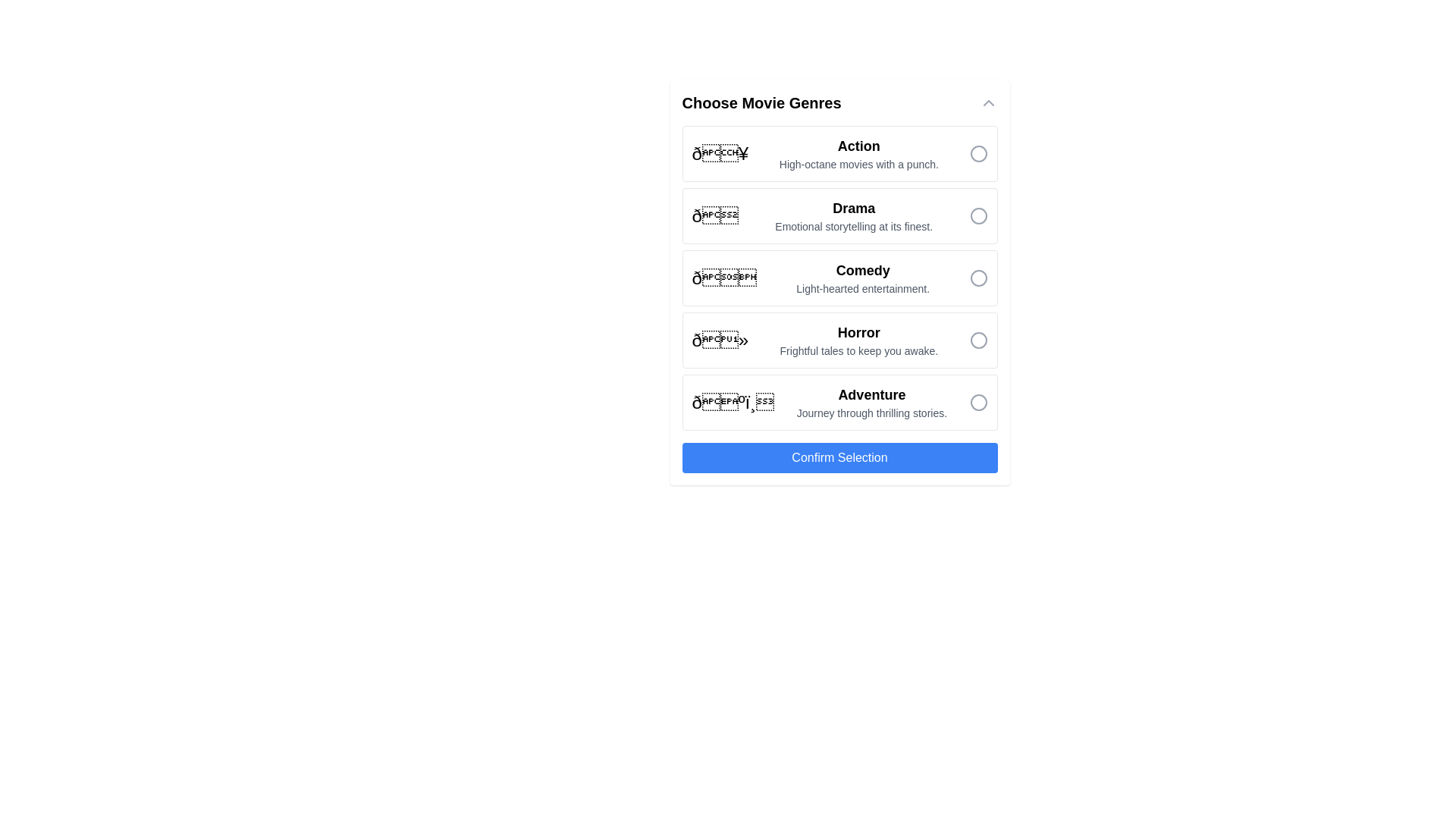 The height and width of the screenshot is (819, 1456). Describe the element at coordinates (839, 102) in the screenshot. I see `the Title Header with Interactive Icon to focus it, which serves as a dropdown activator for genre selection` at that location.